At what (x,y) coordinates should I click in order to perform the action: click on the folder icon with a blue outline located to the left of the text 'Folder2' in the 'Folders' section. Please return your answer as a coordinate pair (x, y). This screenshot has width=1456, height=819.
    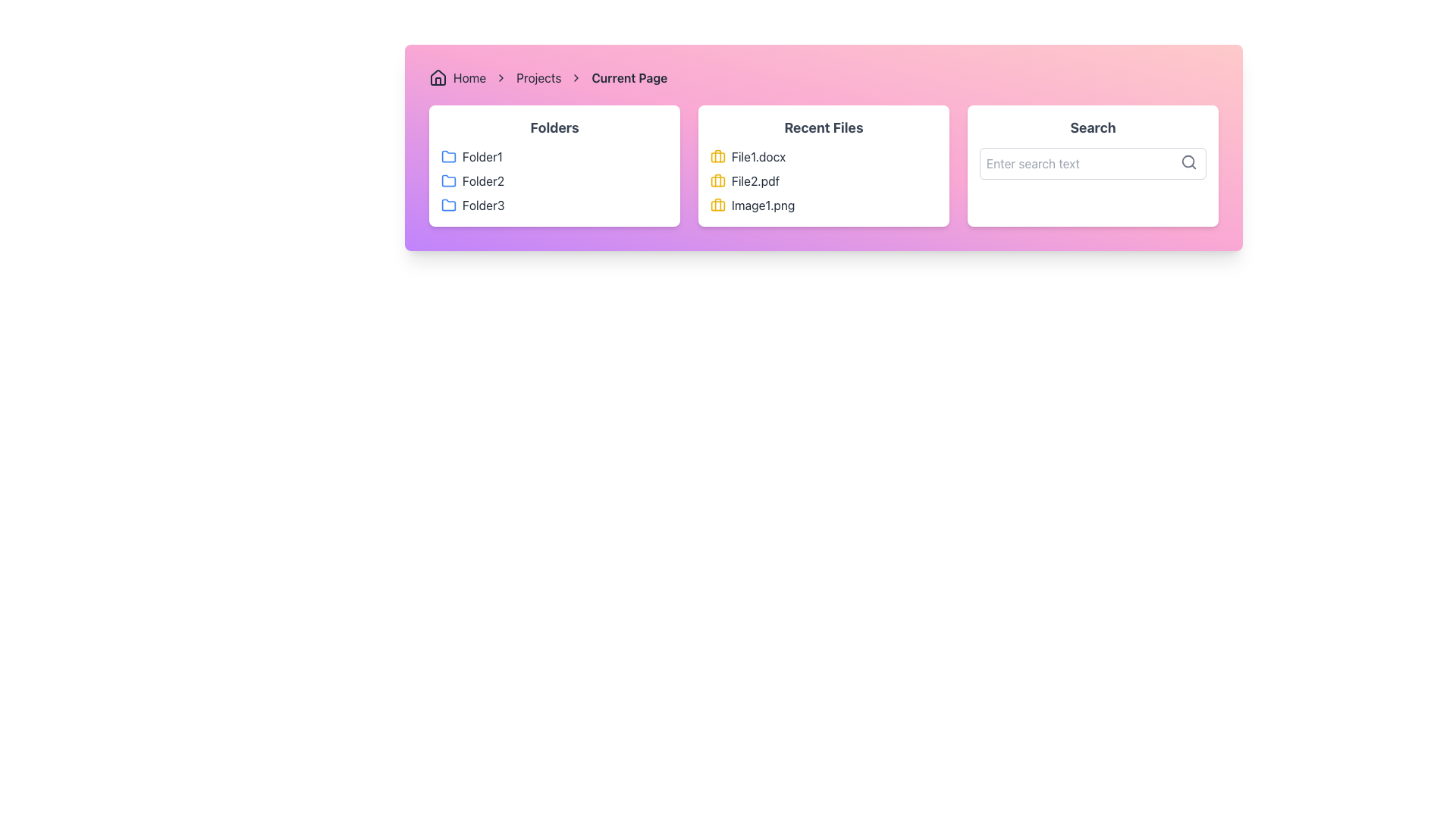
    Looking at the image, I should click on (447, 180).